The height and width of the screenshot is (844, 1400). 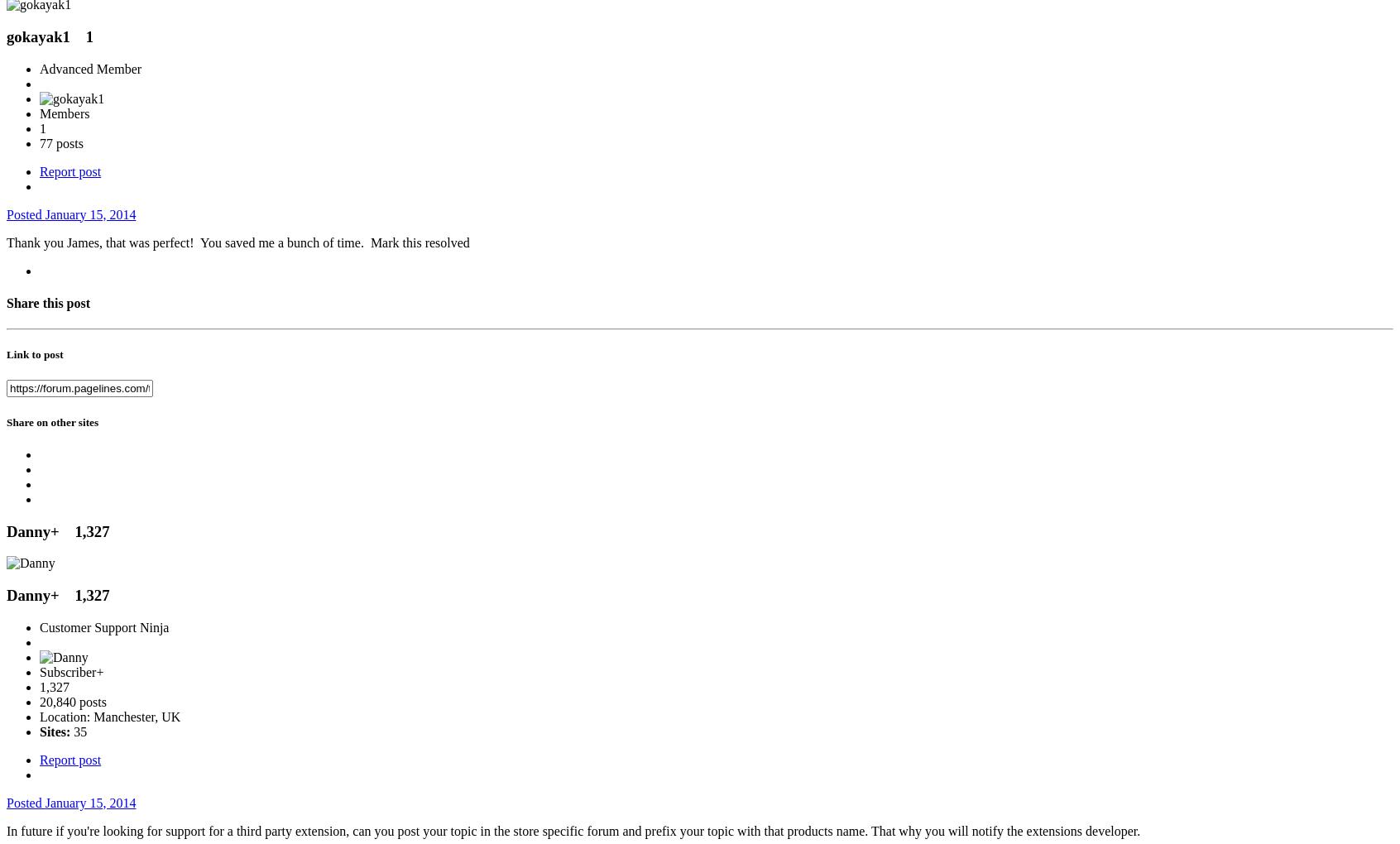 What do you see at coordinates (65, 113) in the screenshot?
I see `'Members'` at bounding box center [65, 113].